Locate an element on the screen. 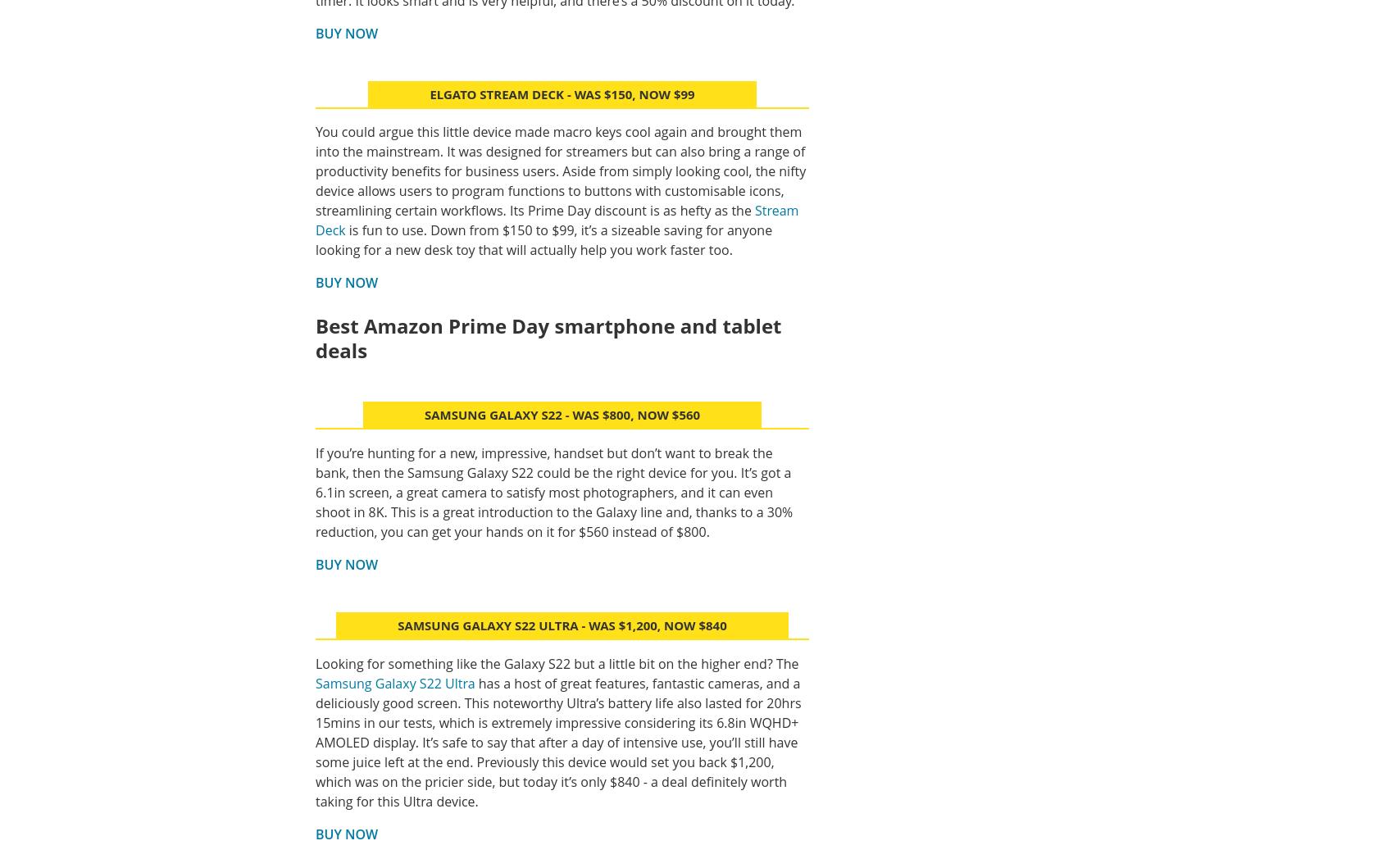 This screenshot has height=868, width=1387. 'You could argue this little device made macro keys cool again and brought them into the mainstream. It was designed for streamers but can also bring a range of productivity benefits for business users. Aside from simply looking cool, the nifty device allows users to program functions to buttons with customisable icons, streamlining certain workflows. Its Prime Day discount is as hefty as the' is located at coordinates (561, 170).